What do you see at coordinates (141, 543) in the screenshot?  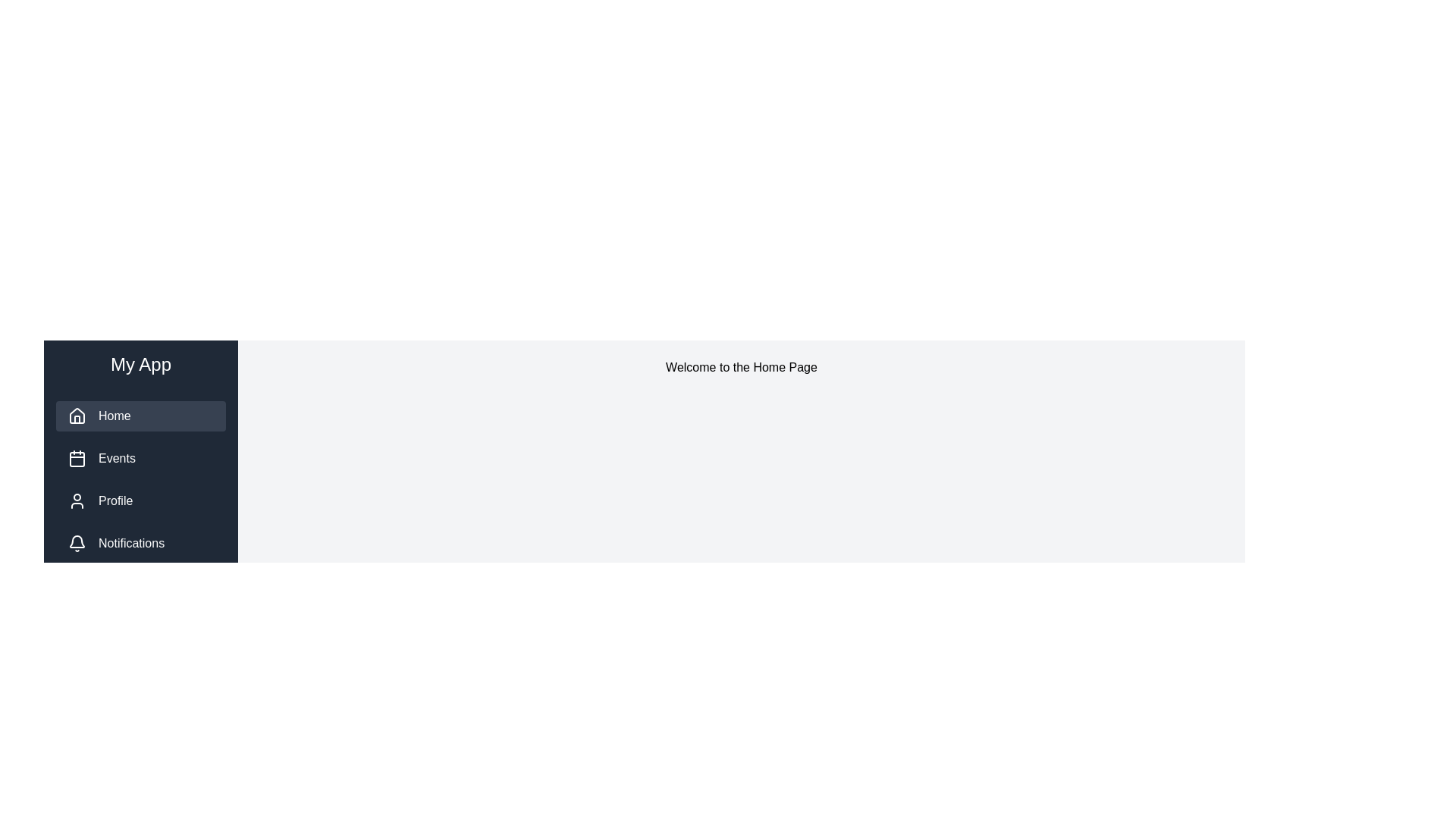 I see `the Navigation menu item labeled 'Notifications', which features a bell icon and white text on a dark blue background` at bounding box center [141, 543].